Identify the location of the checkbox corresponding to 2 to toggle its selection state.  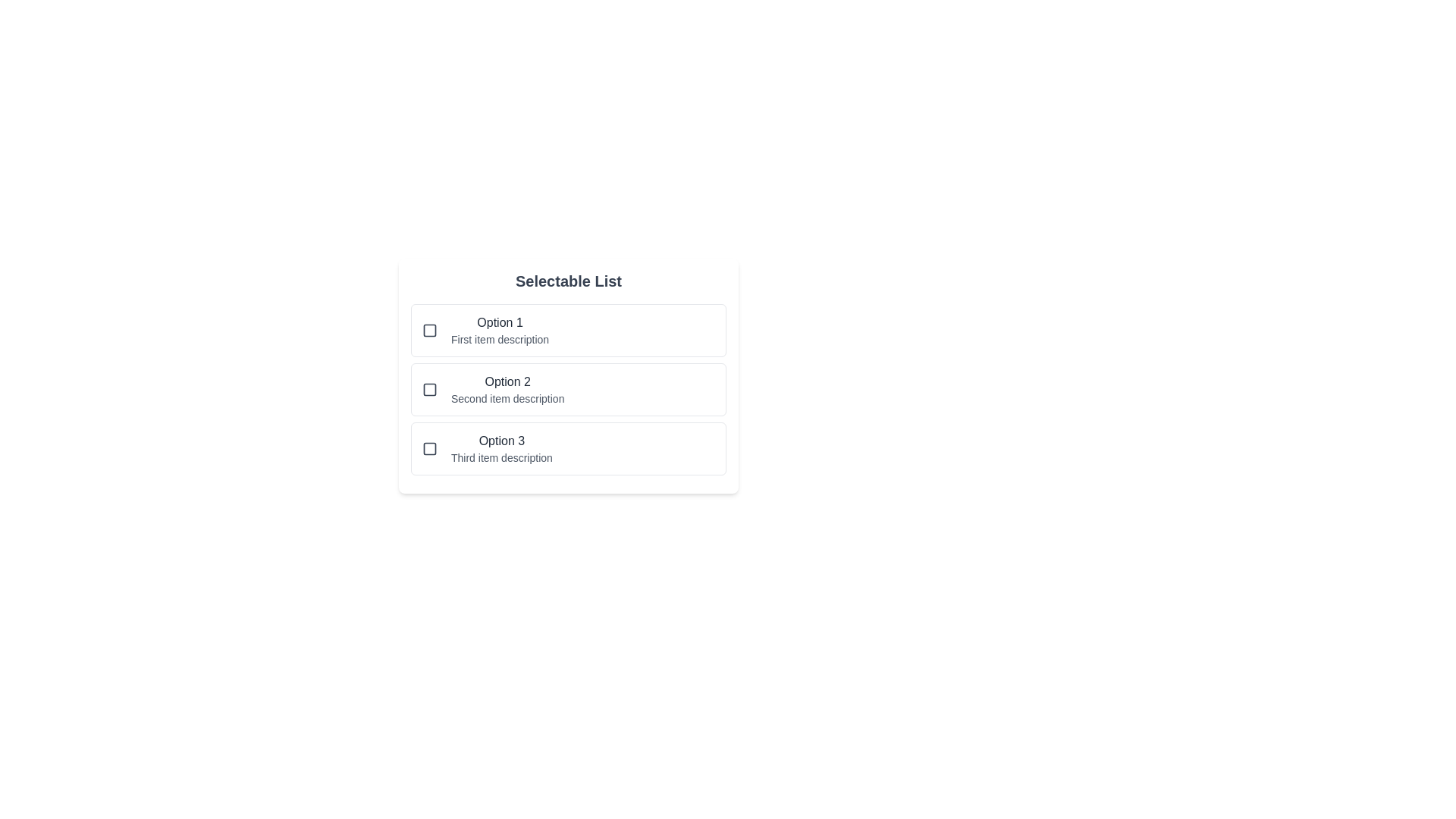
(428, 388).